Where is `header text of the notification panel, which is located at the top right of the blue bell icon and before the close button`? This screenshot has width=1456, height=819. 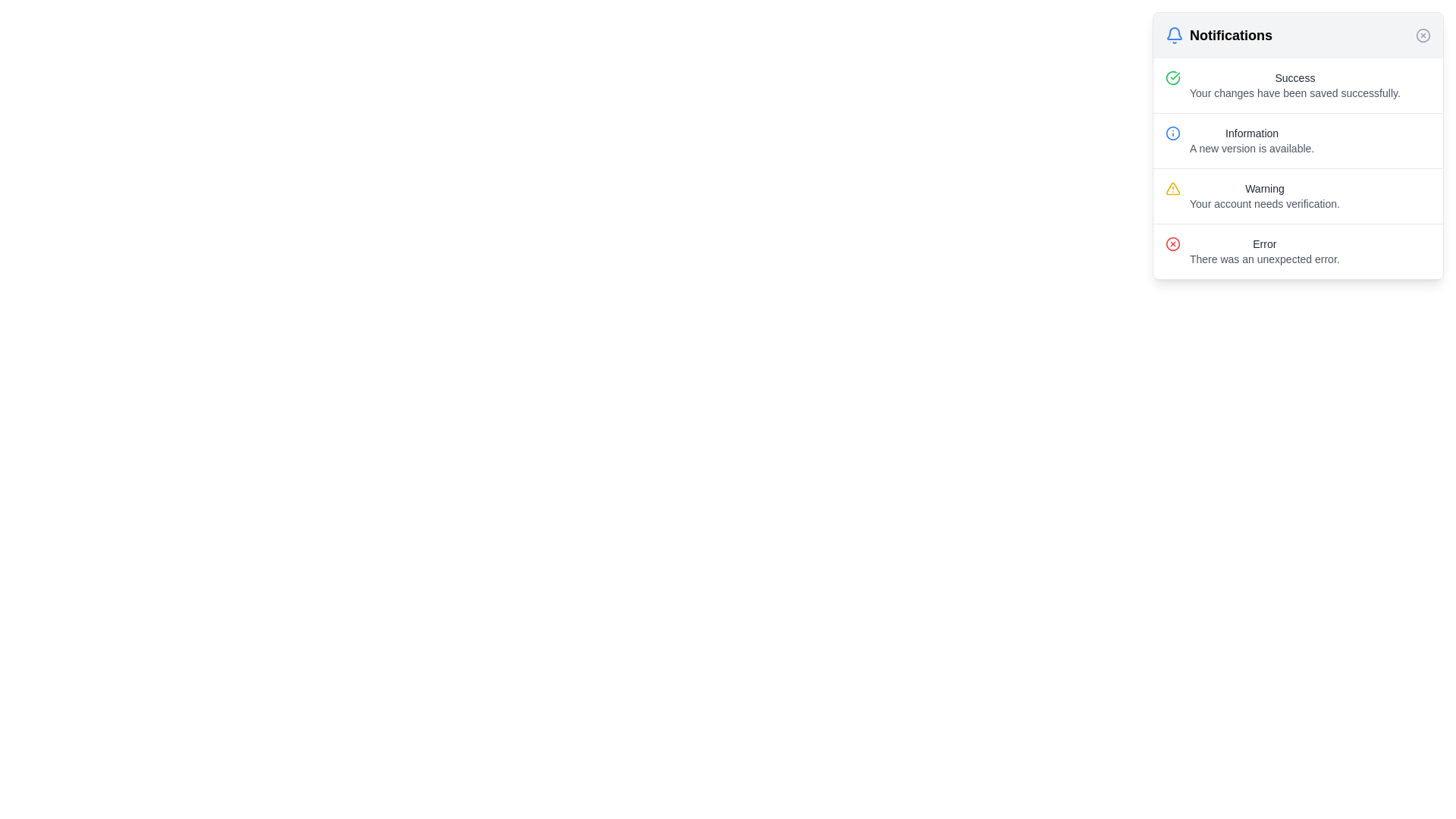
header text of the notification panel, which is located at the top right of the blue bell icon and before the close button is located at coordinates (1231, 34).